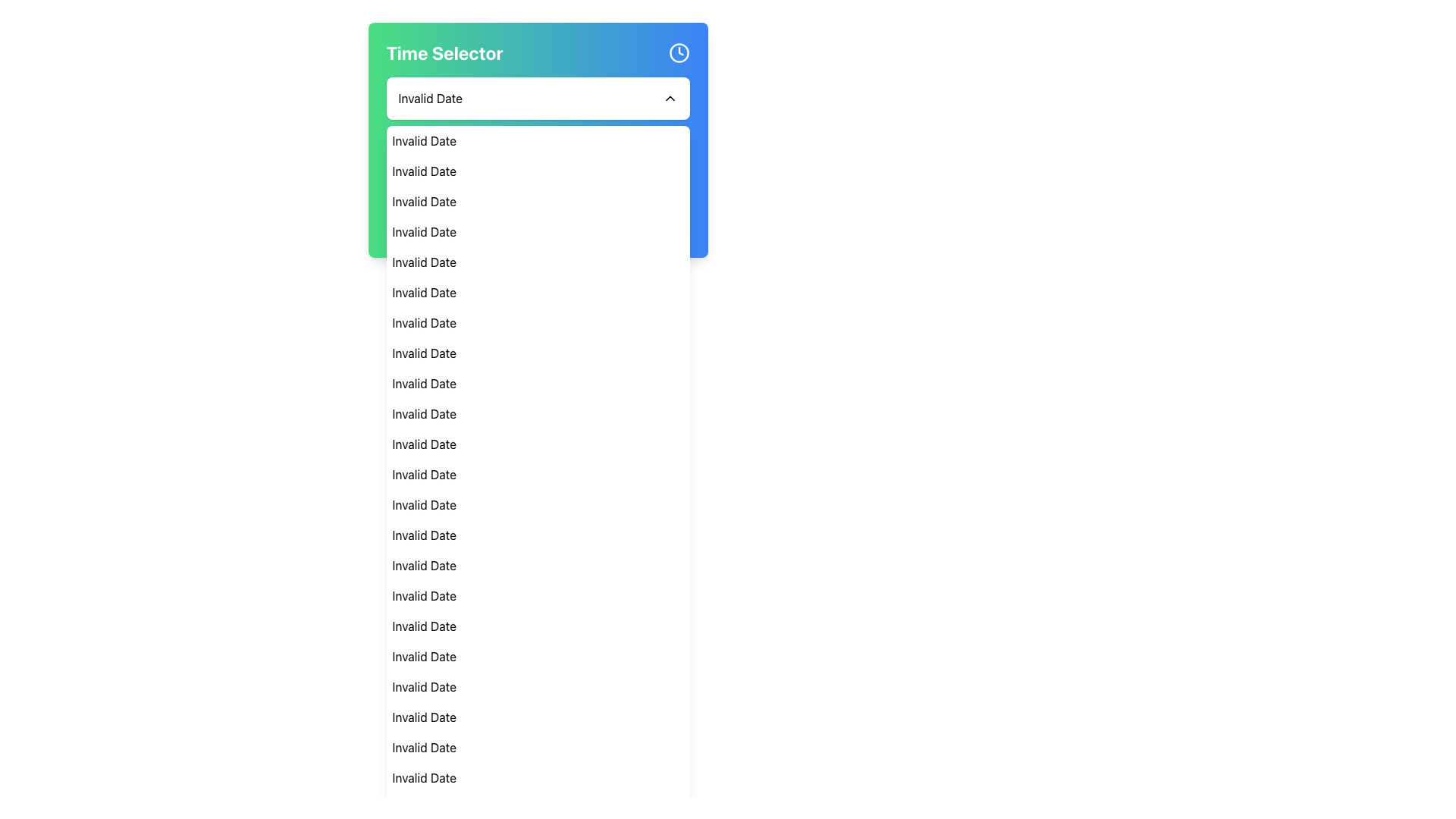 The image size is (1456, 819). I want to click on the list item displaying 'Invalid Date' located in the 20th position of a vertically scrolling list below the 'Time Selector' dropdown, so click(538, 687).